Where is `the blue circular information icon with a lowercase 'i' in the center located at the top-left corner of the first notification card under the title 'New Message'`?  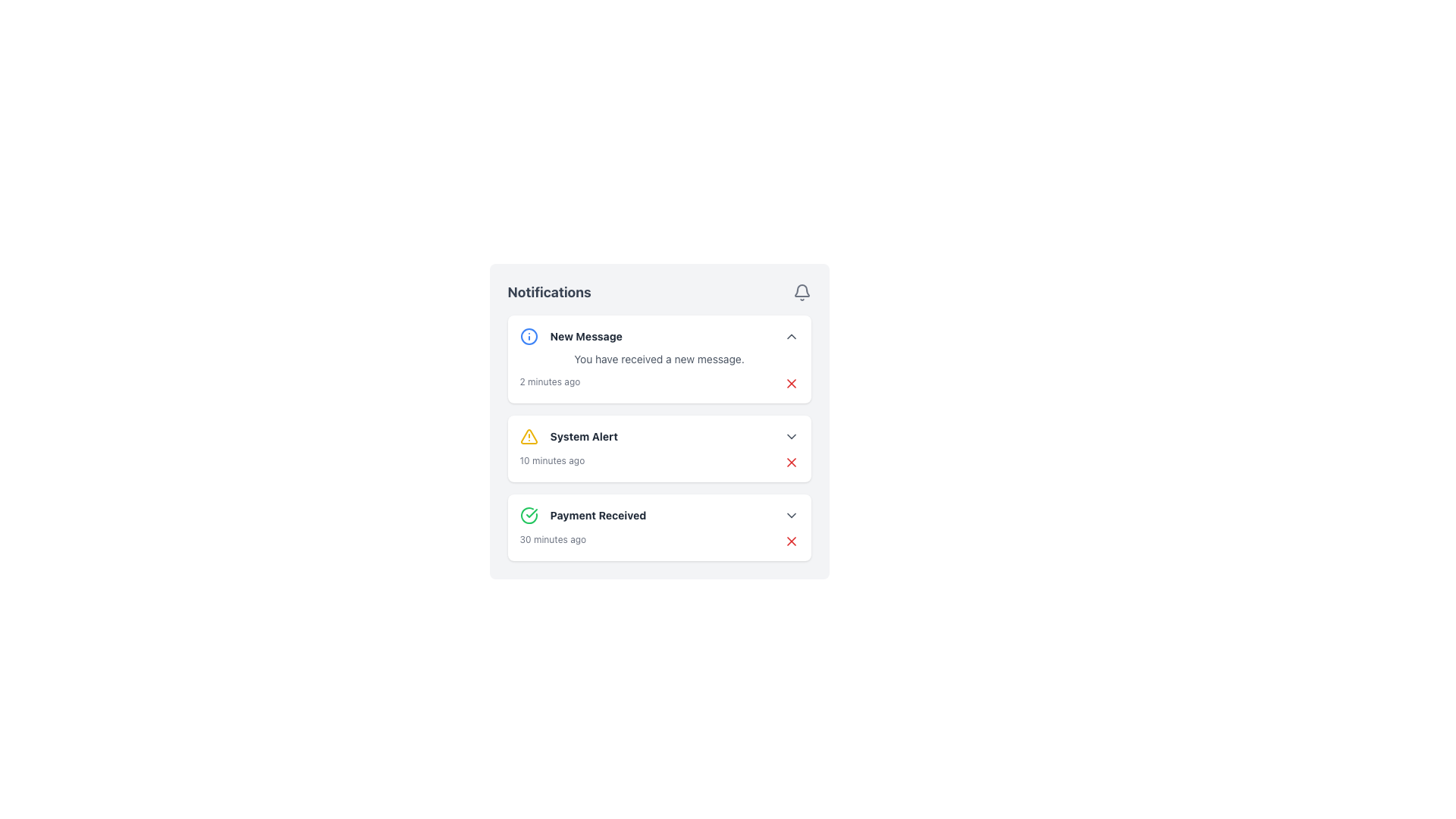
the blue circular information icon with a lowercase 'i' in the center located at the top-left corner of the first notification card under the title 'New Message' is located at coordinates (529, 335).